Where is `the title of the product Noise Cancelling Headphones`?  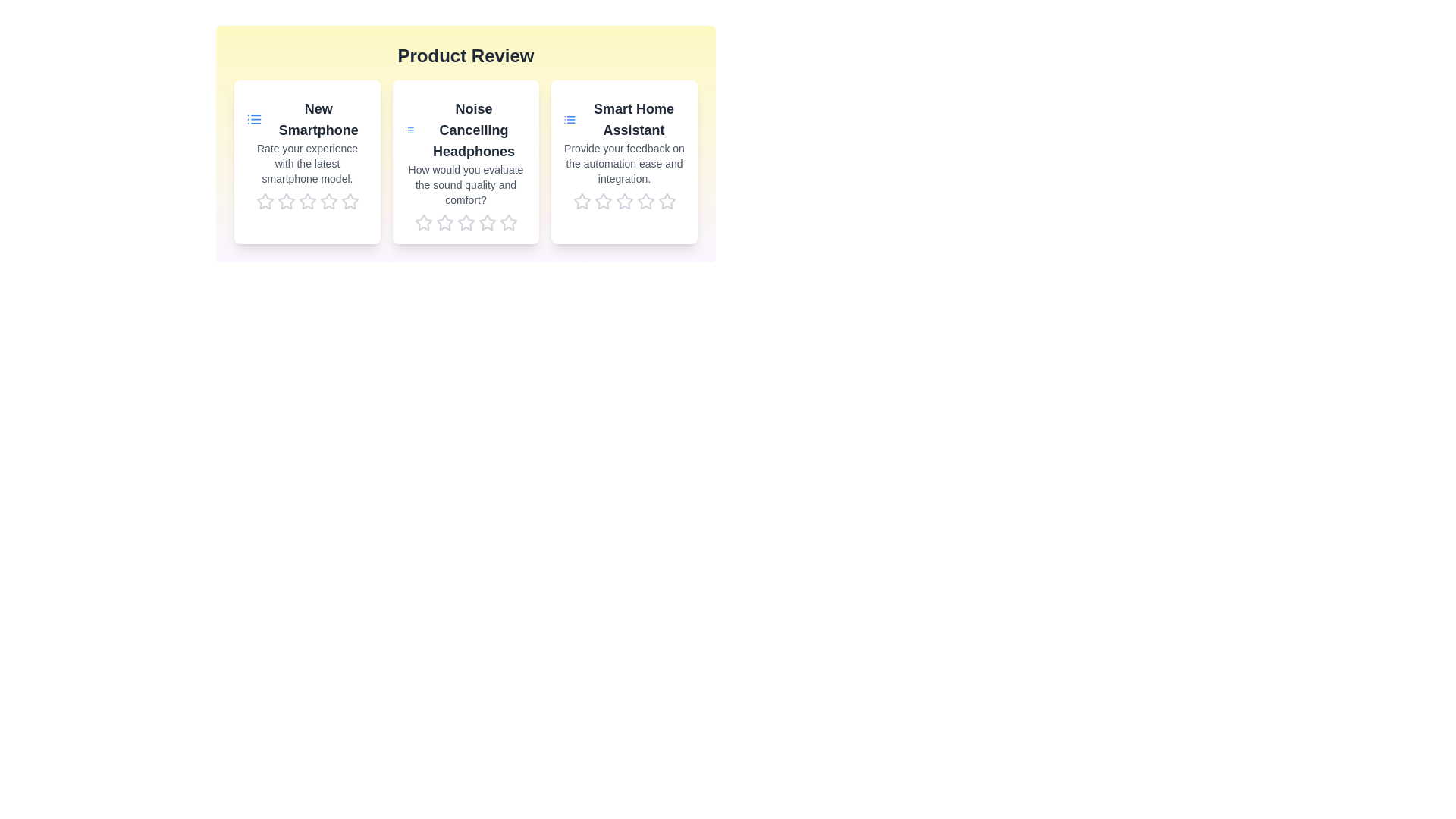 the title of the product Noise Cancelling Headphones is located at coordinates (465, 130).